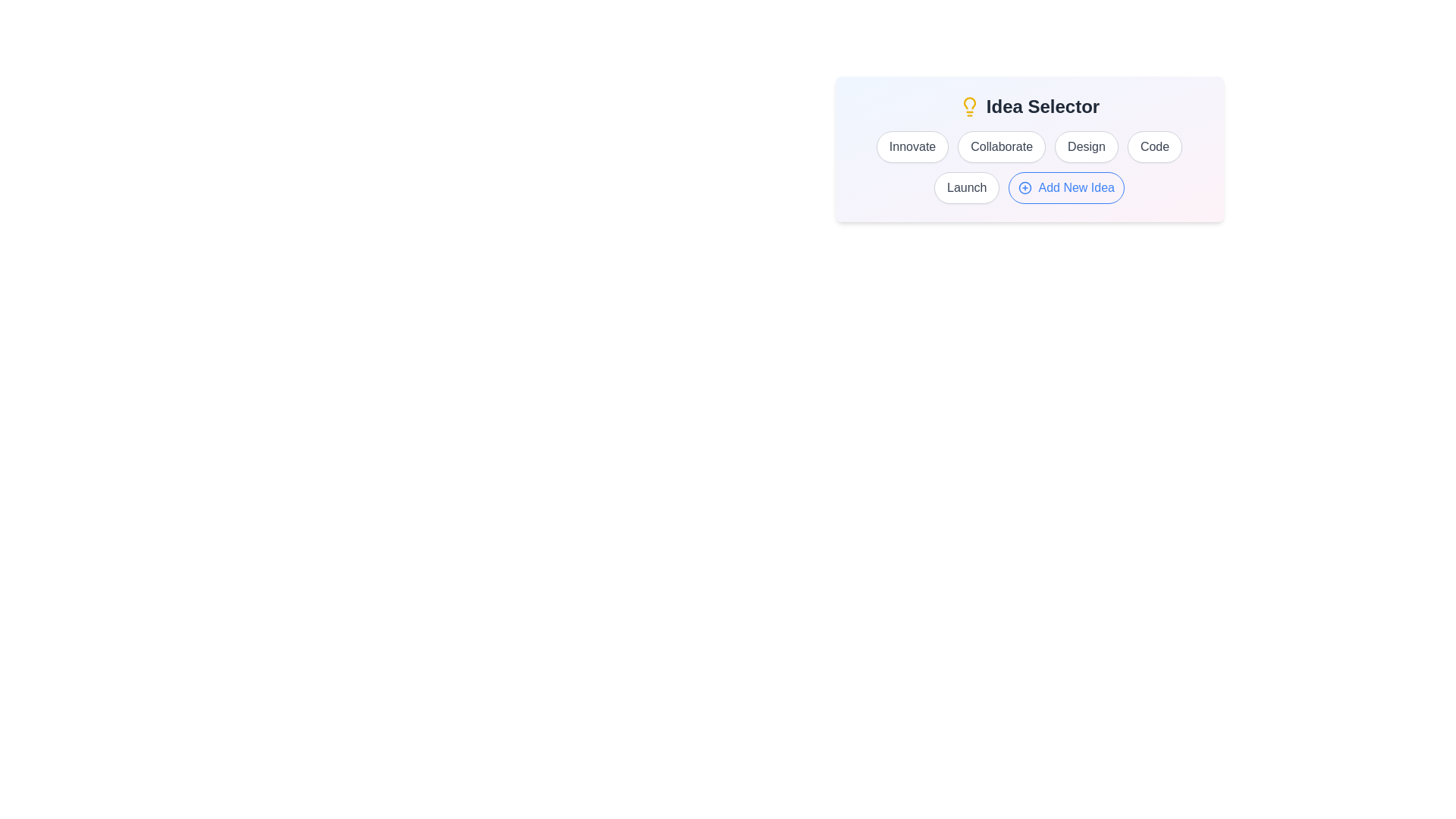 This screenshot has width=1456, height=819. I want to click on the idea labeled Code to select it, so click(1153, 146).